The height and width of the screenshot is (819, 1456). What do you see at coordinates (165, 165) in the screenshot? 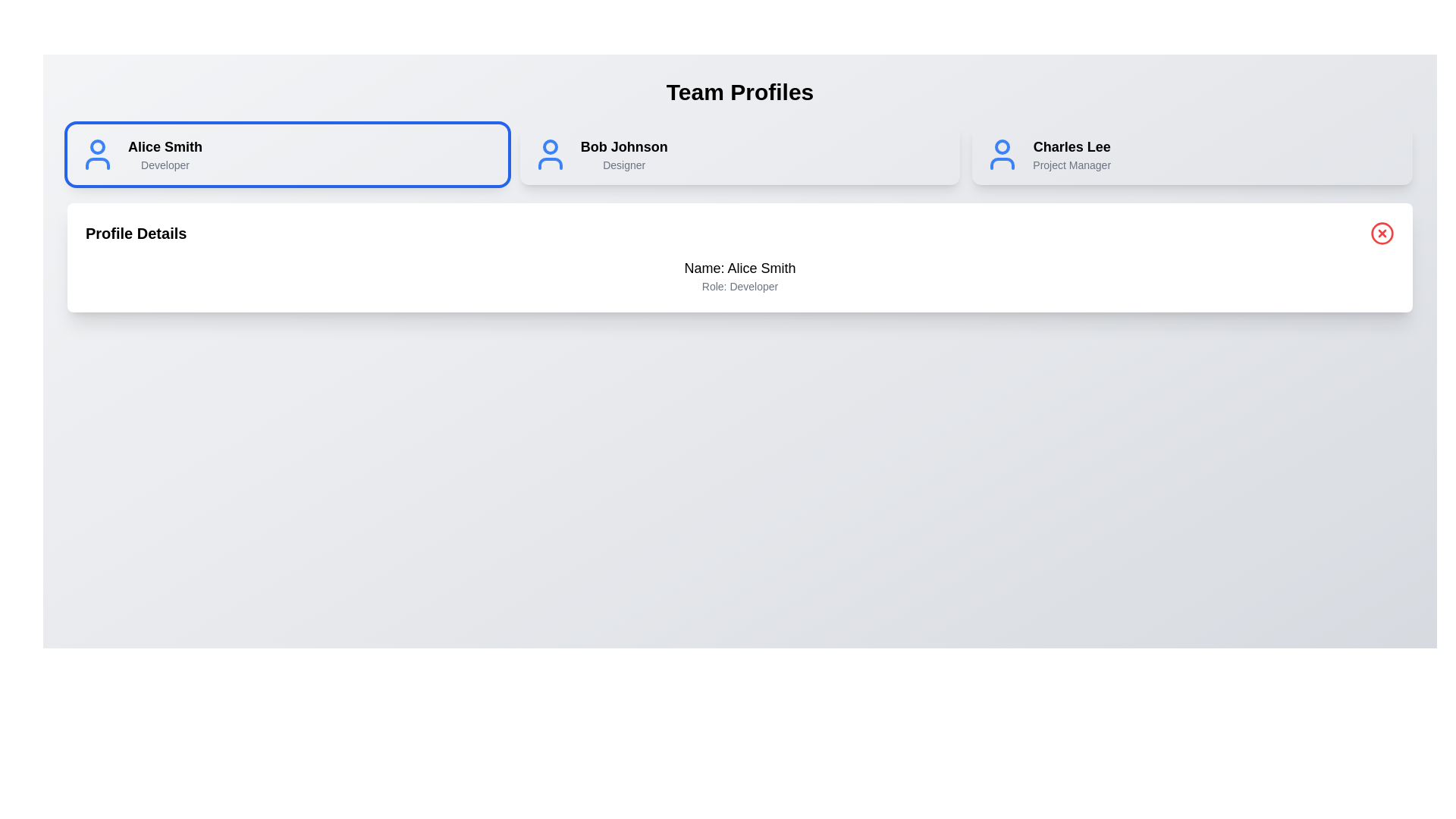
I see `the static label displaying the text 'Developer', which is styled in gray and located below the bold name 'Alice Smith' on the leftmost profile card` at bounding box center [165, 165].